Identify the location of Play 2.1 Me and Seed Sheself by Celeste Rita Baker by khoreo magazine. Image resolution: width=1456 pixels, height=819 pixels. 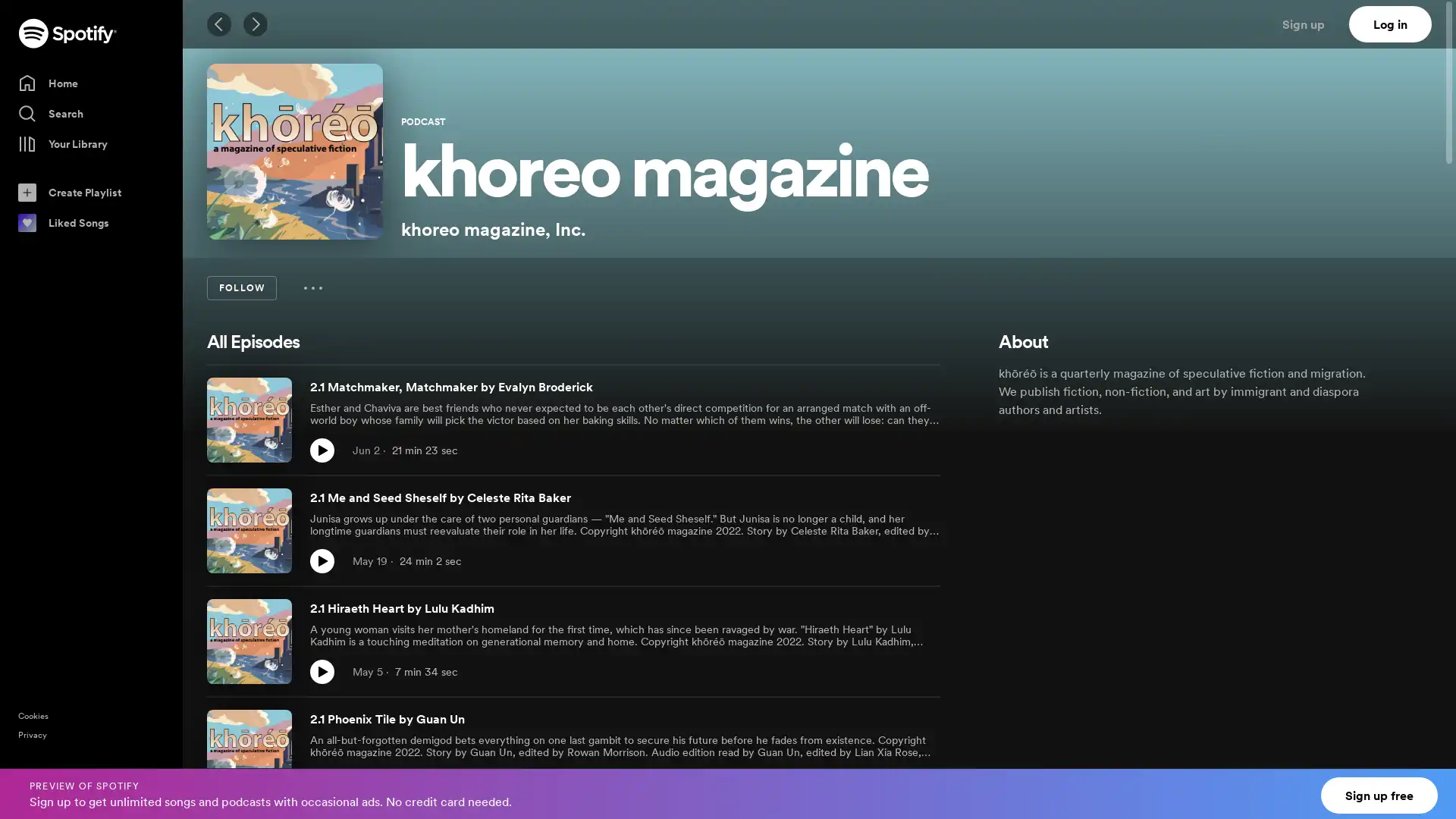
(322, 561).